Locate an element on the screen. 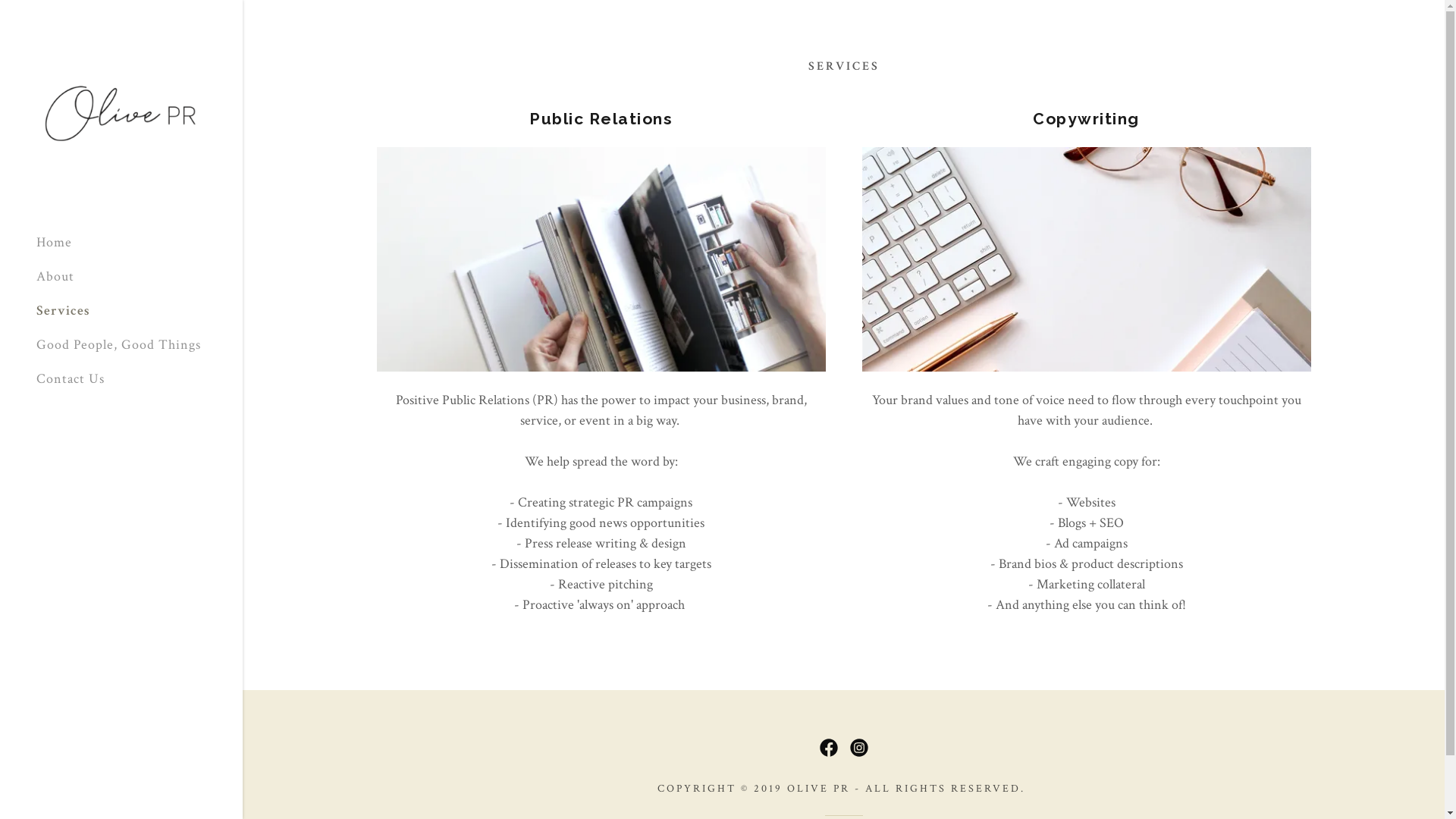 This screenshot has height=819, width=1456. 'Services' is located at coordinates (36, 309).